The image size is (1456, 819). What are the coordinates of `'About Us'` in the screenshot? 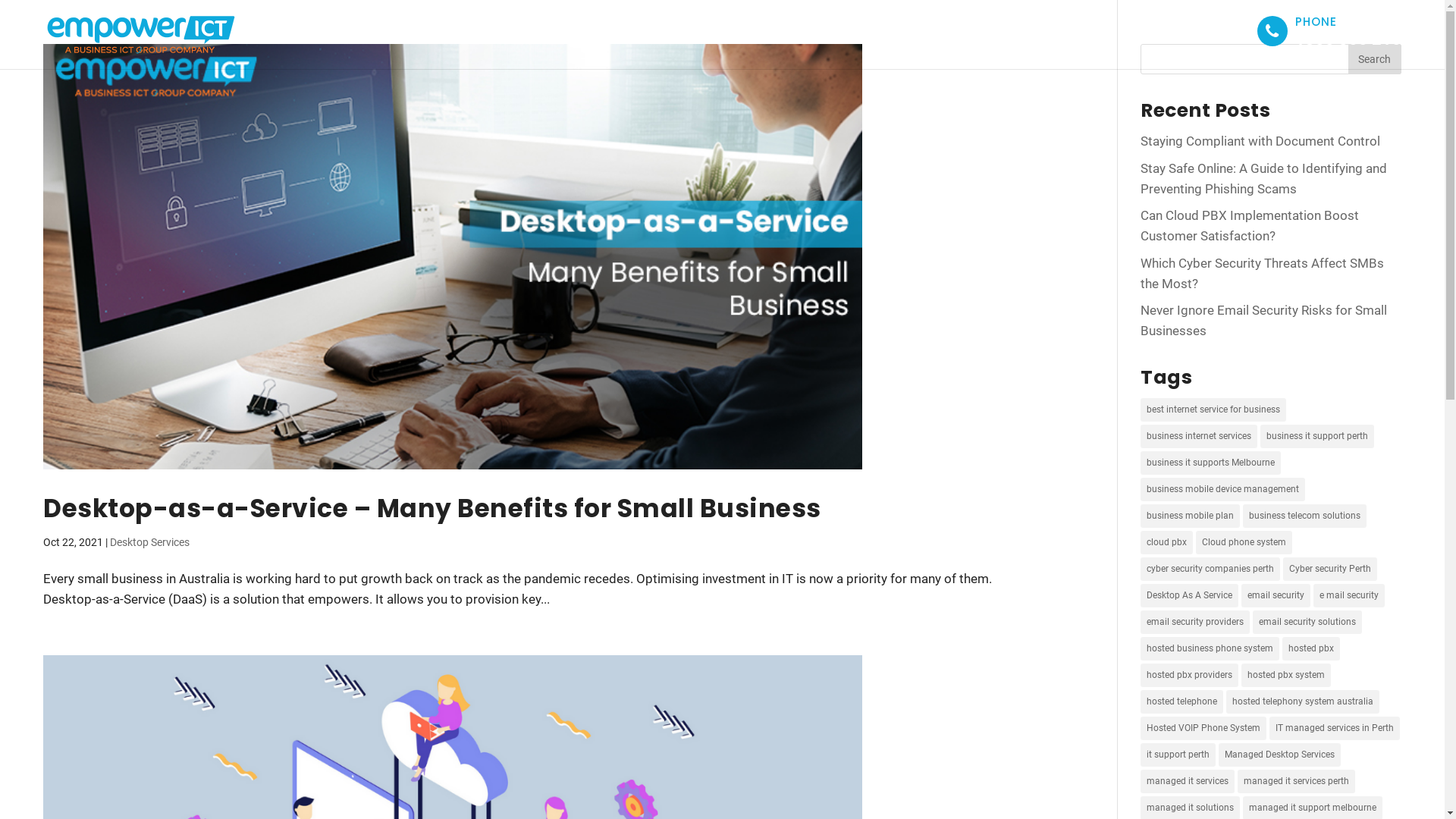 It's located at (899, 30).